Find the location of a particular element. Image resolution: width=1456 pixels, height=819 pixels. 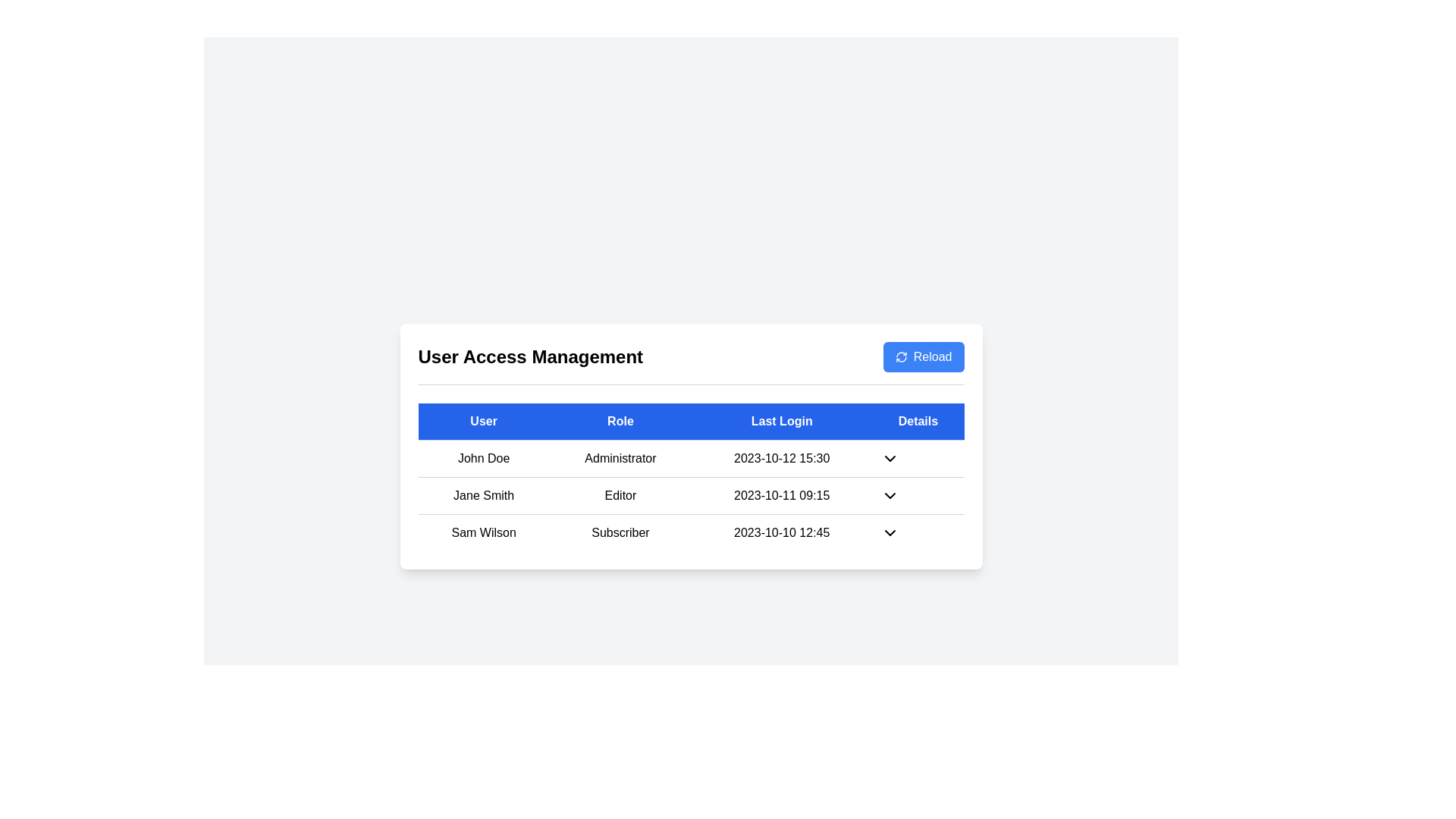

the downward-pointing chevron icon in the 'Details' column of the table, specifically in the 'Sam Wilson' row is located at coordinates (890, 532).